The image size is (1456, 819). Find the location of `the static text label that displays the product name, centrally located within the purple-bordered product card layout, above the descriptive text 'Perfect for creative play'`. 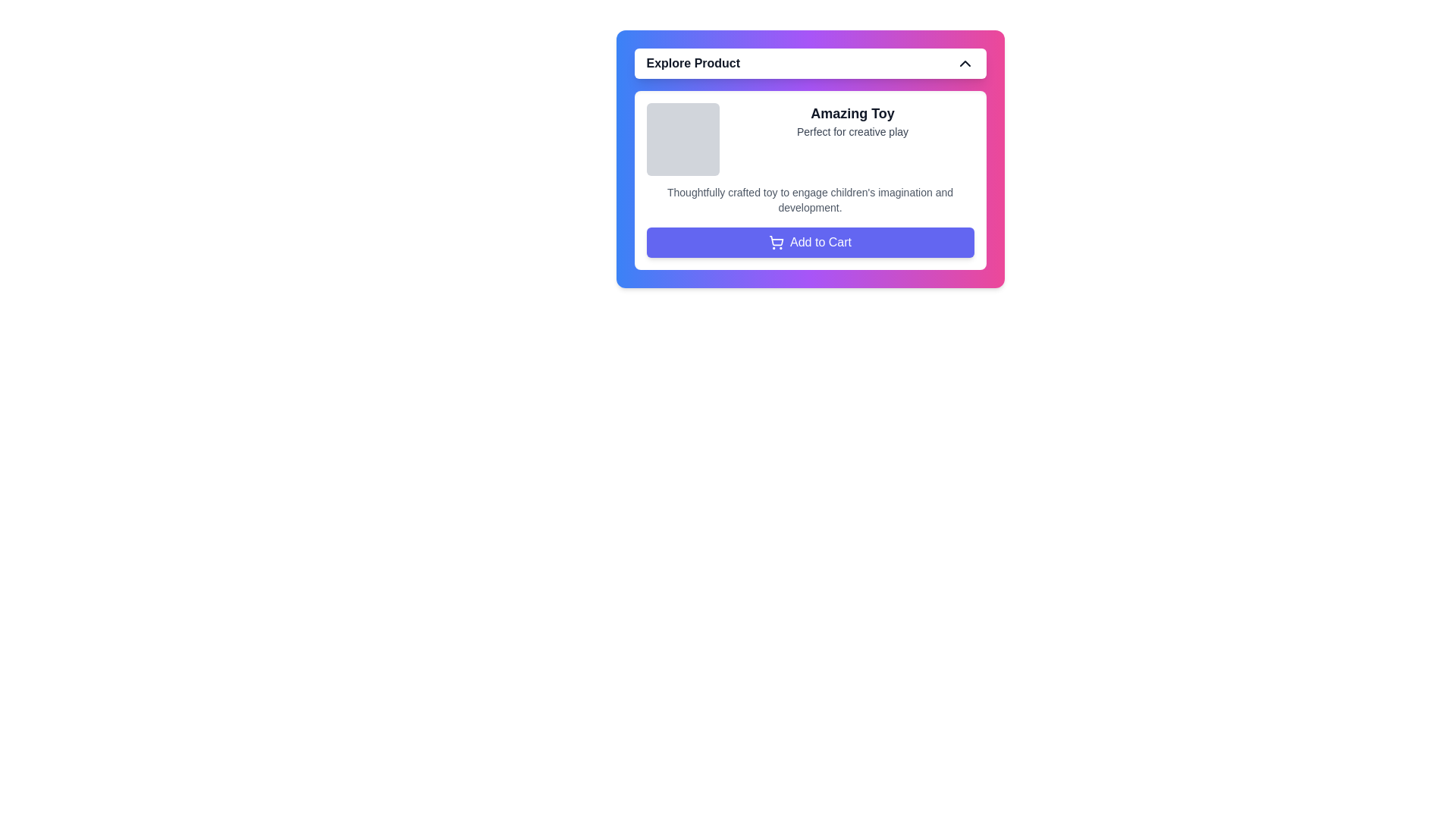

the static text label that displays the product name, centrally located within the purple-bordered product card layout, above the descriptive text 'Perfect for creative play' is located at coordinates (852, 113).